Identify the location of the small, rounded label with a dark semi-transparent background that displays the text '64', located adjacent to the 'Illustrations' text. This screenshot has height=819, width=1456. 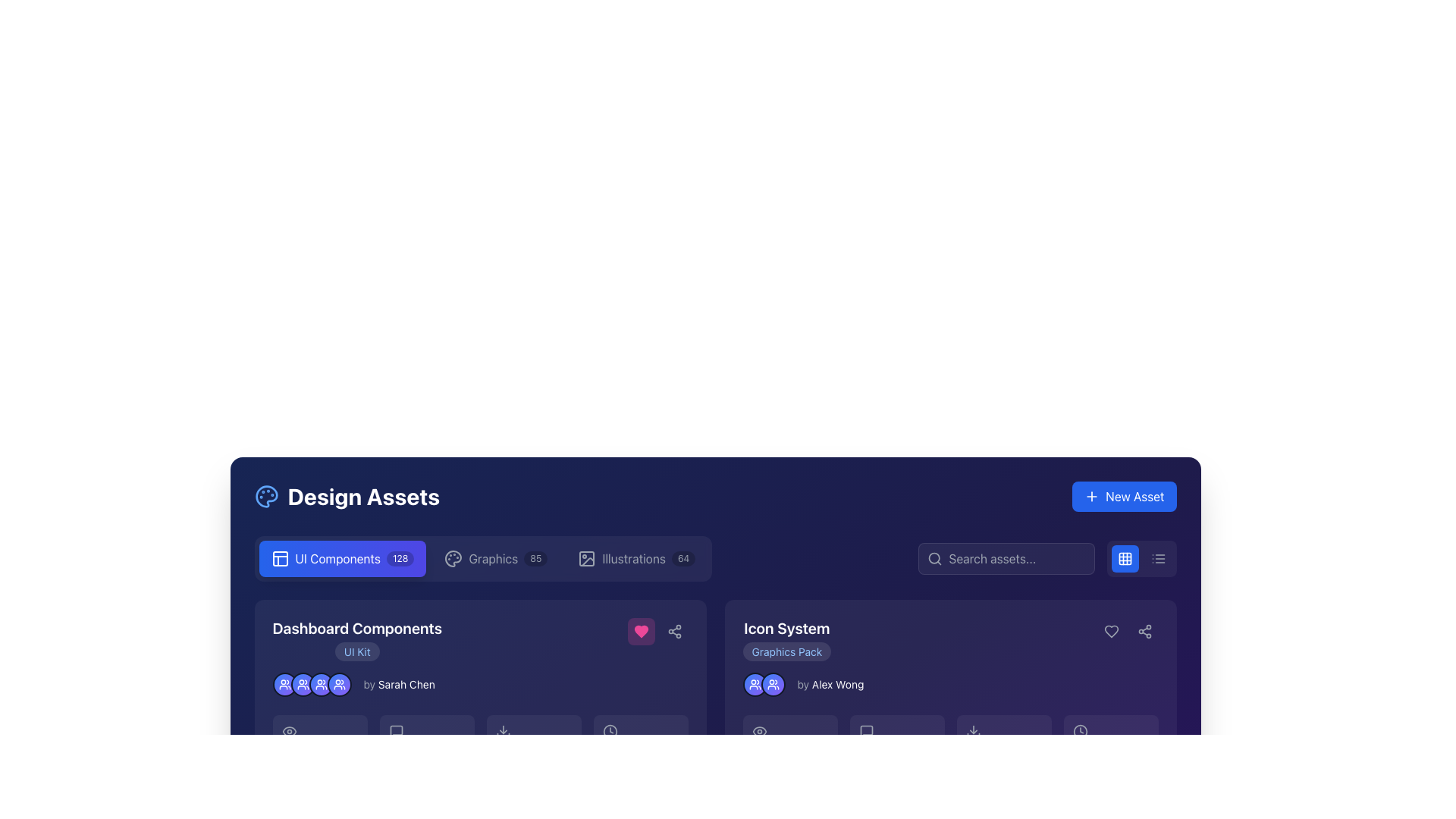
(682, 558).